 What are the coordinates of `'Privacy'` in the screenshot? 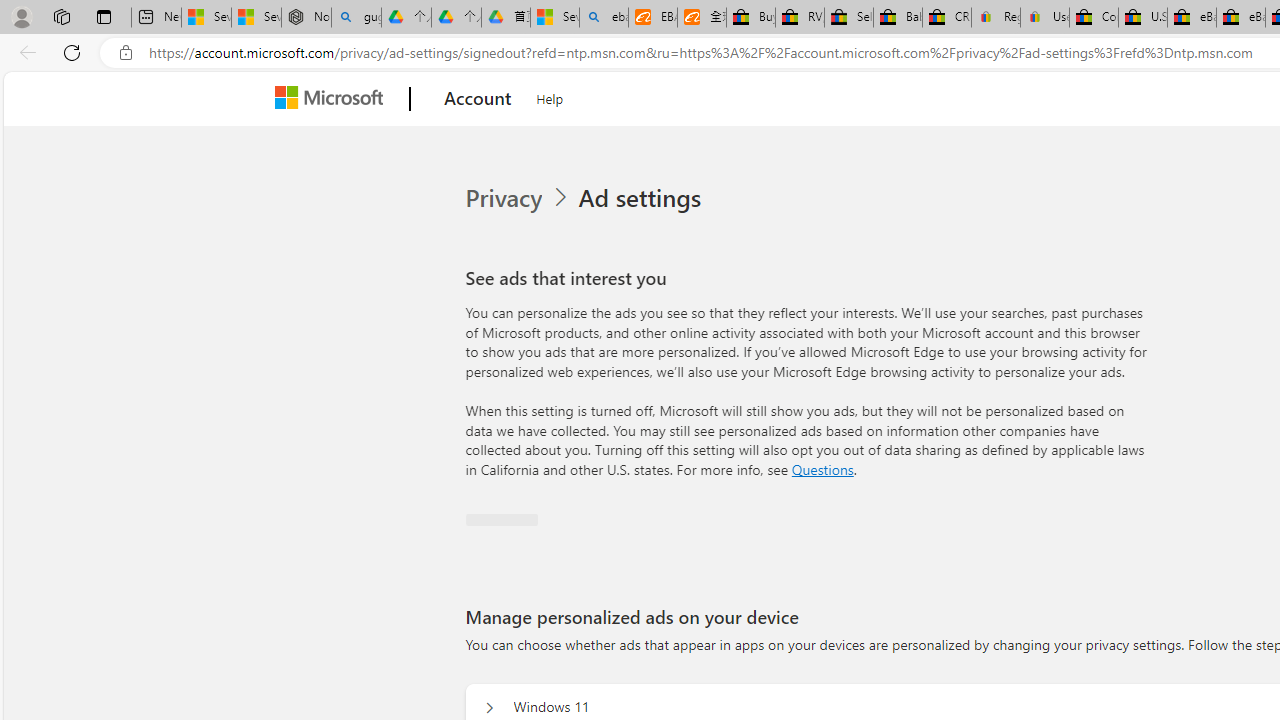 It's located at (519, 198).